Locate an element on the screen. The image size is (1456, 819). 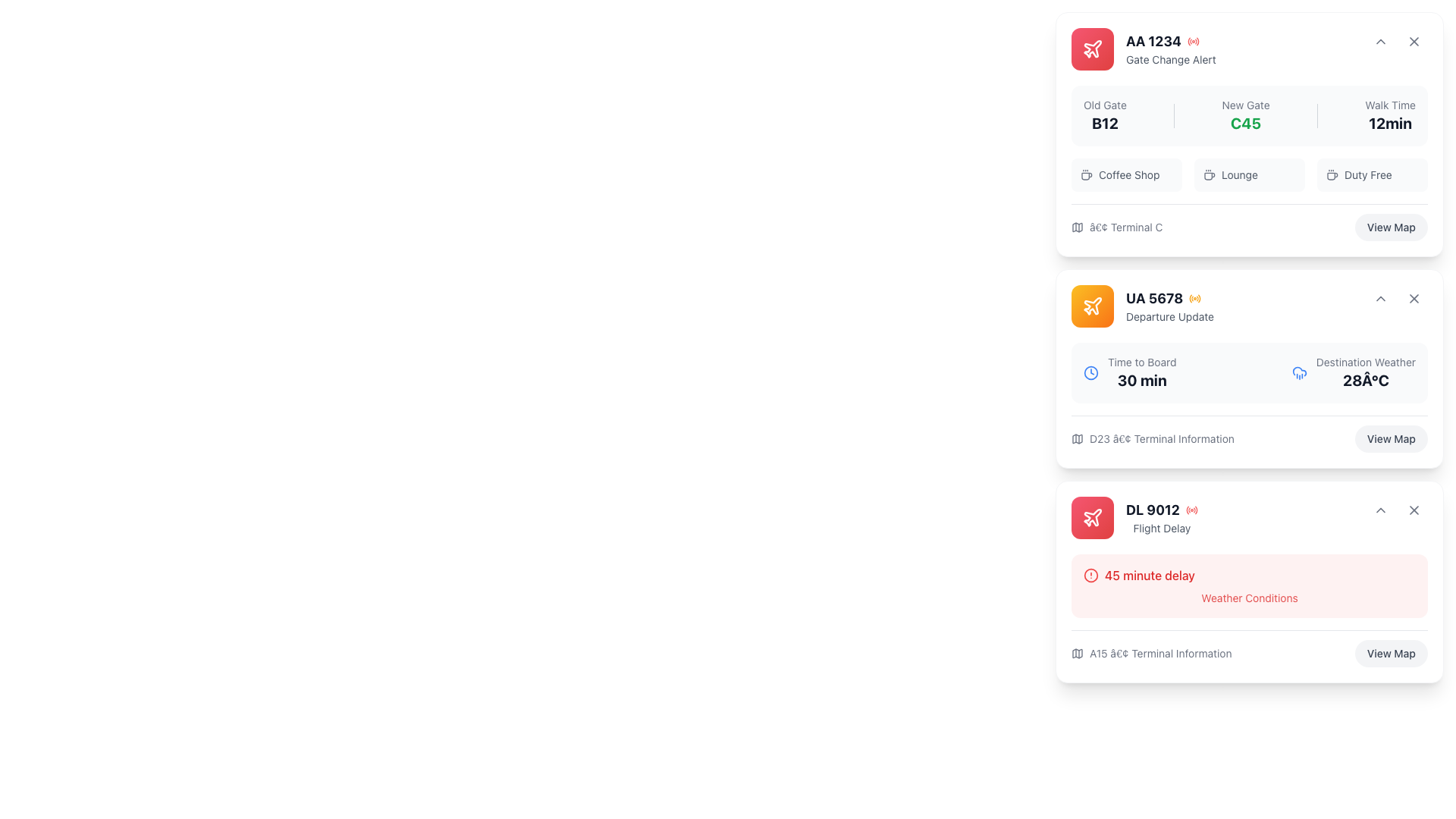
the text display element that shows '45 minute delay' in bold red font, located in the bottom-most card of a vertically stacked list is located at coordinates (1150, 576).